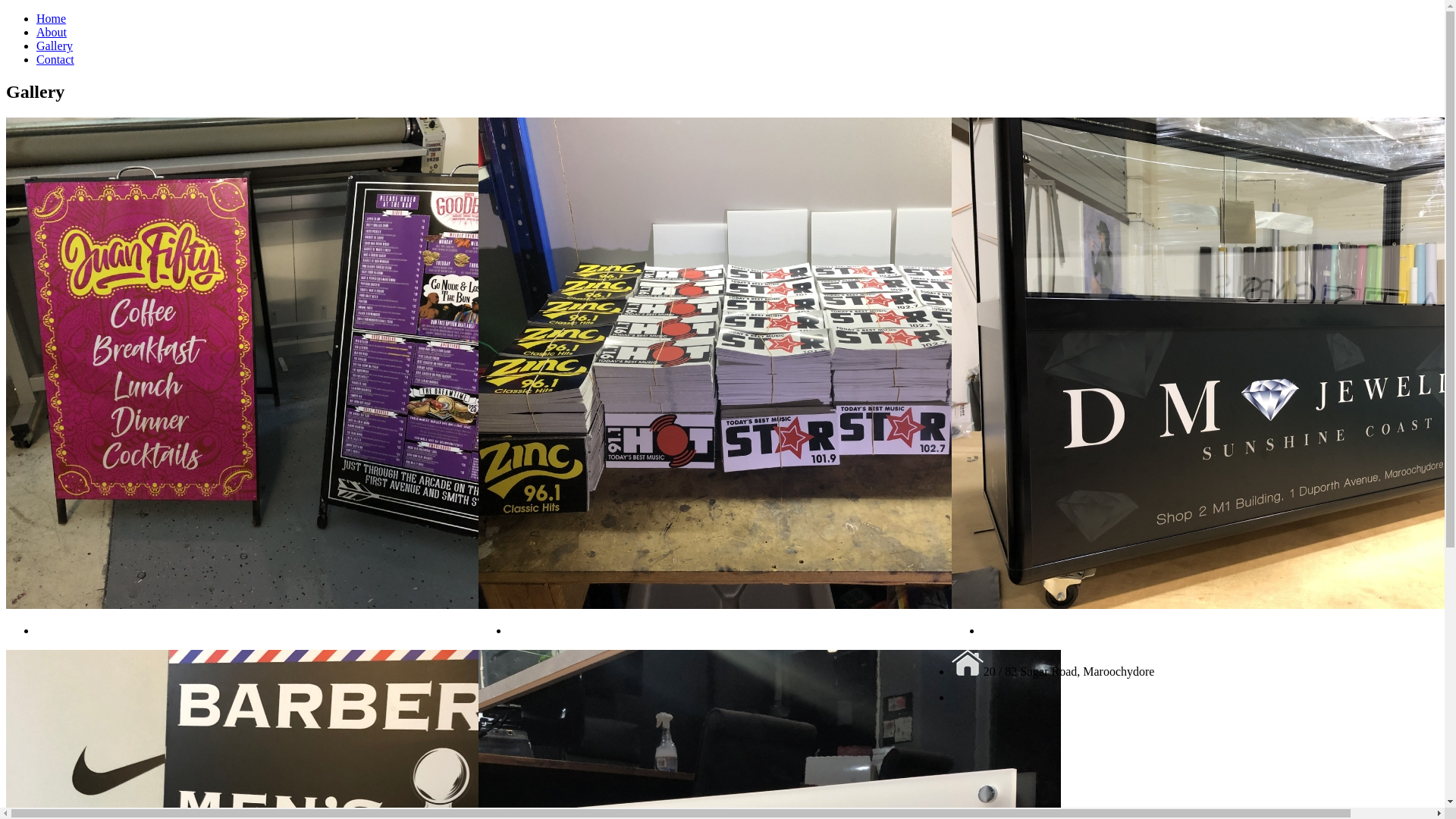 The width and height of the screenshot is (1456, 819). What do you see at coordinates (55, 45) in the screenshot?
I see `'Gallery'` at bounding box center [55, 45].